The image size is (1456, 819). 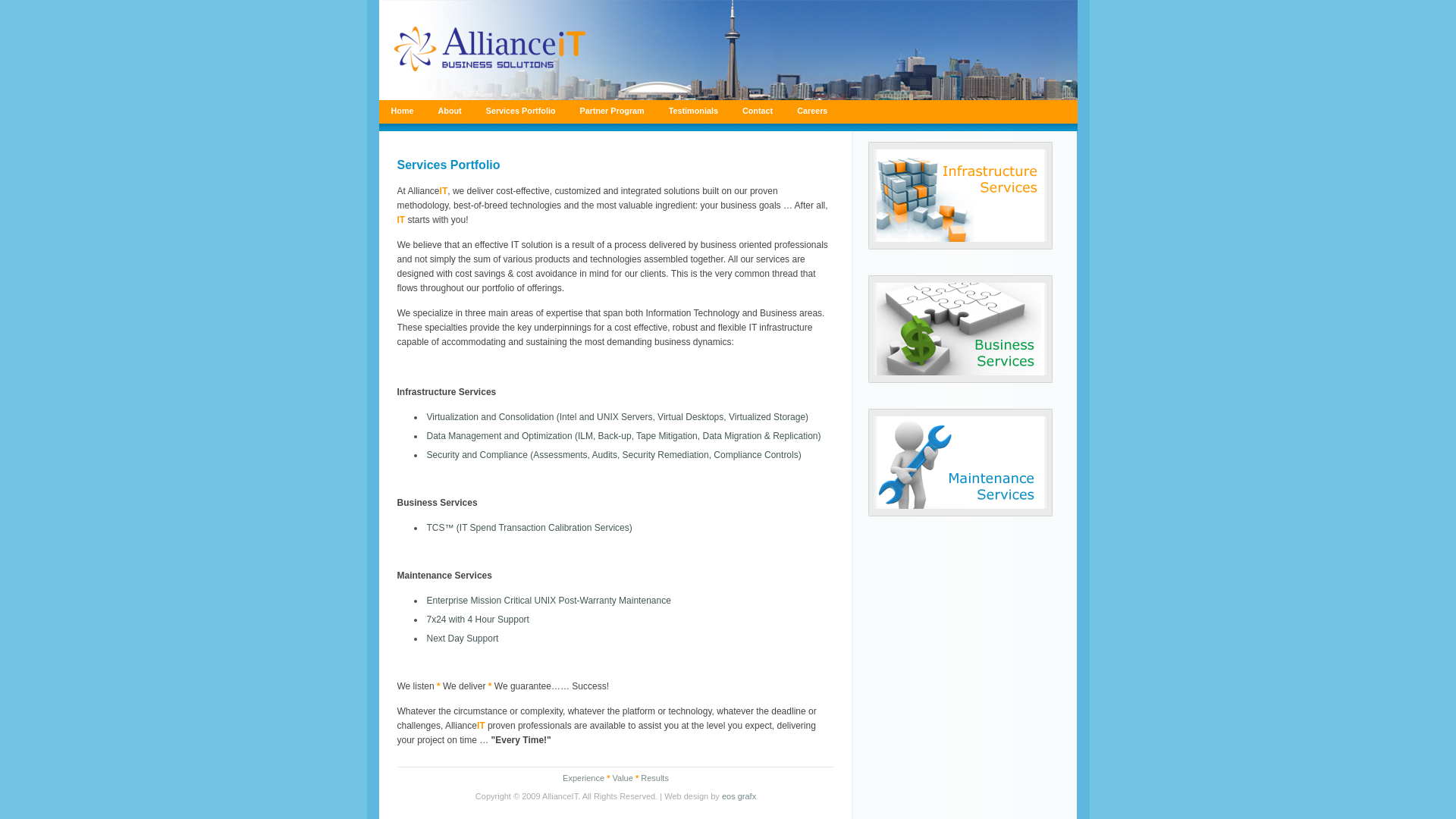 What do you see at coordinates (611, 110) in the screenshot?
I see `'Partner Program'` at bounding box center [611, 110].